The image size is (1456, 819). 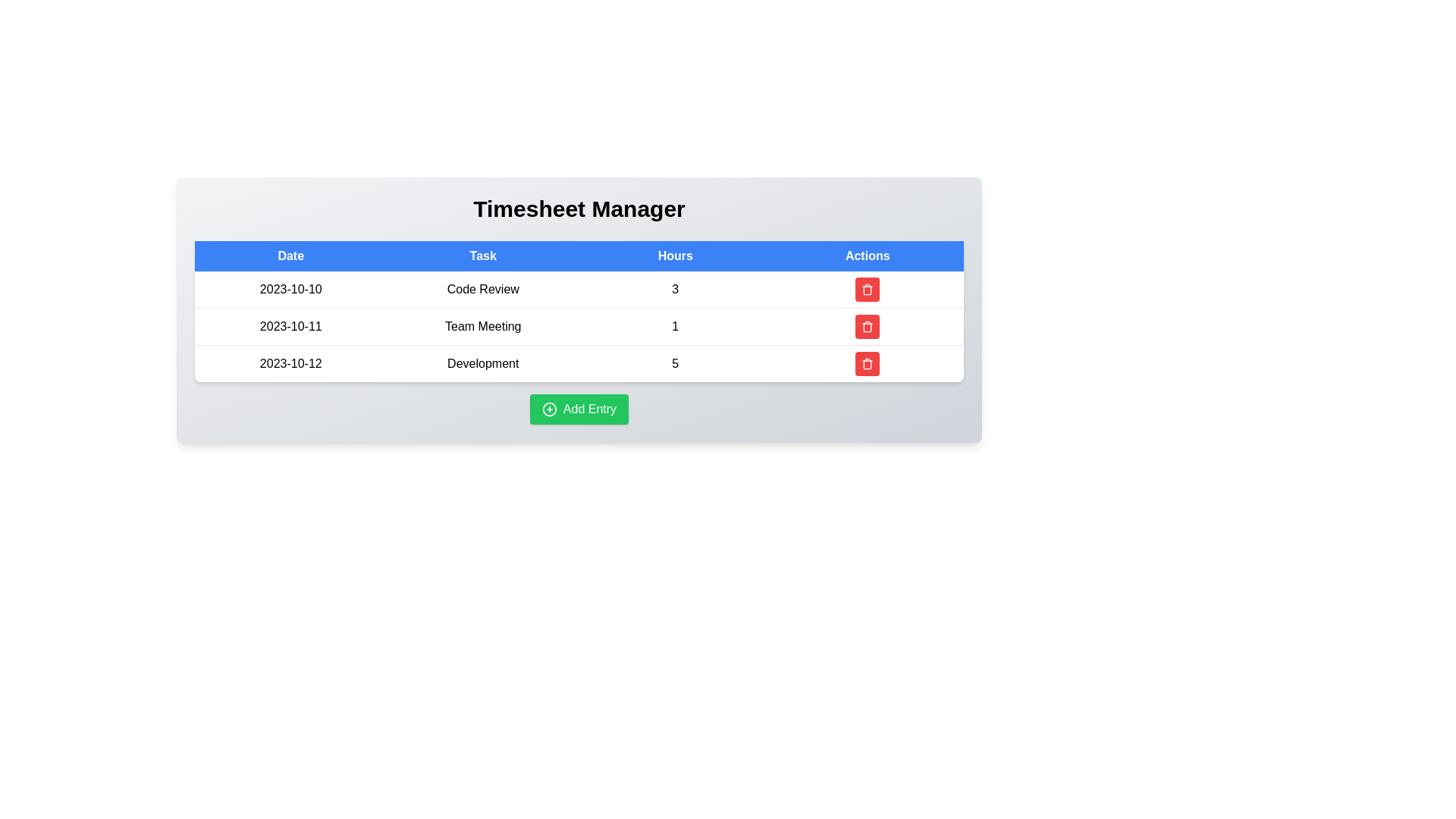 I want to click on the static text label displaying the numeral '1' located in the 'Hours' column of the 'Team Meeting' row in the table, so click(x=674, y=326).